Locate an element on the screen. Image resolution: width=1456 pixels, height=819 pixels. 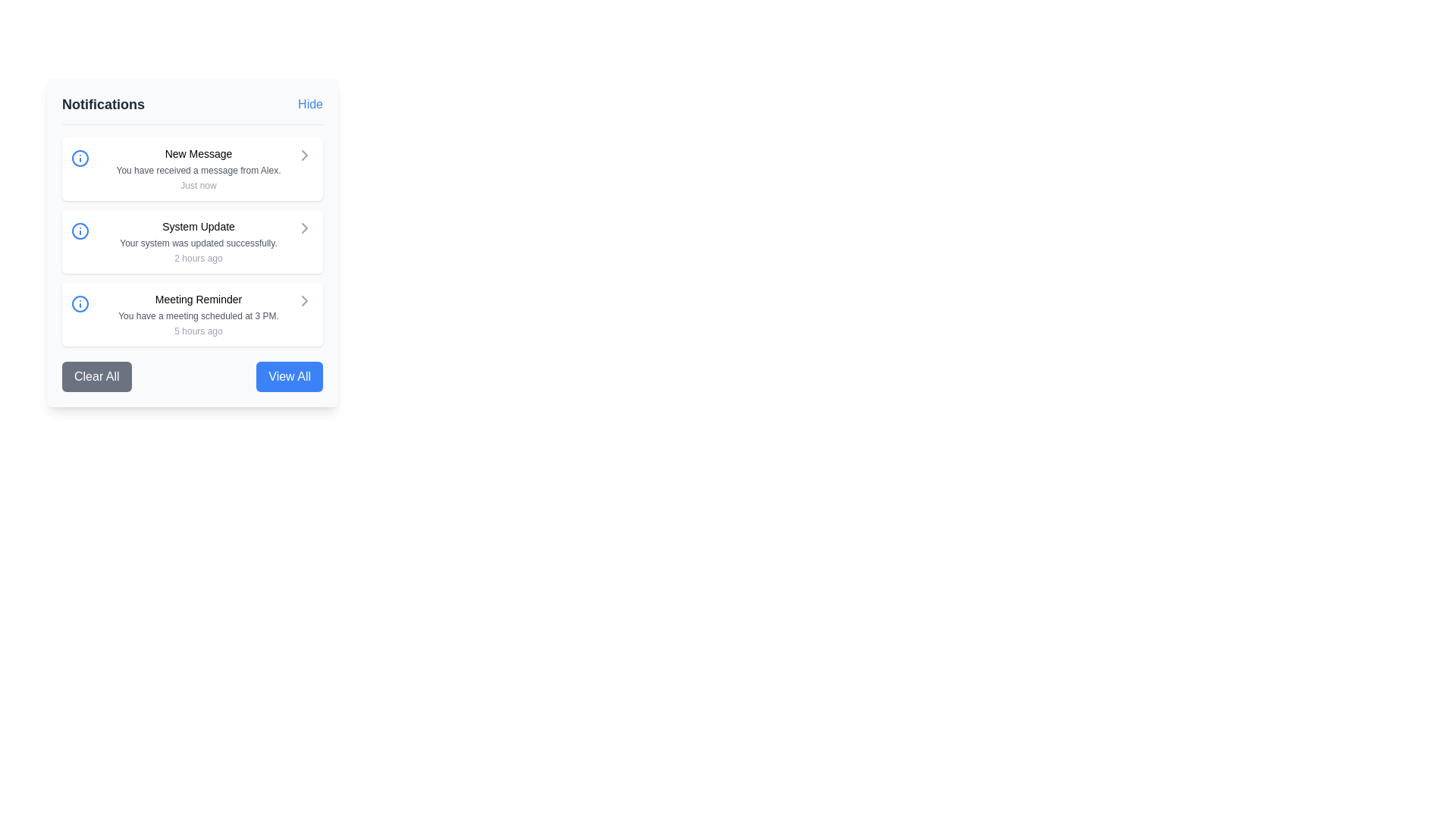
the circular blue icon in the 'Meeting Reminder' notification entry, which is the leftmost item in the third row of the notification panel is located at coordinates (79, 304).